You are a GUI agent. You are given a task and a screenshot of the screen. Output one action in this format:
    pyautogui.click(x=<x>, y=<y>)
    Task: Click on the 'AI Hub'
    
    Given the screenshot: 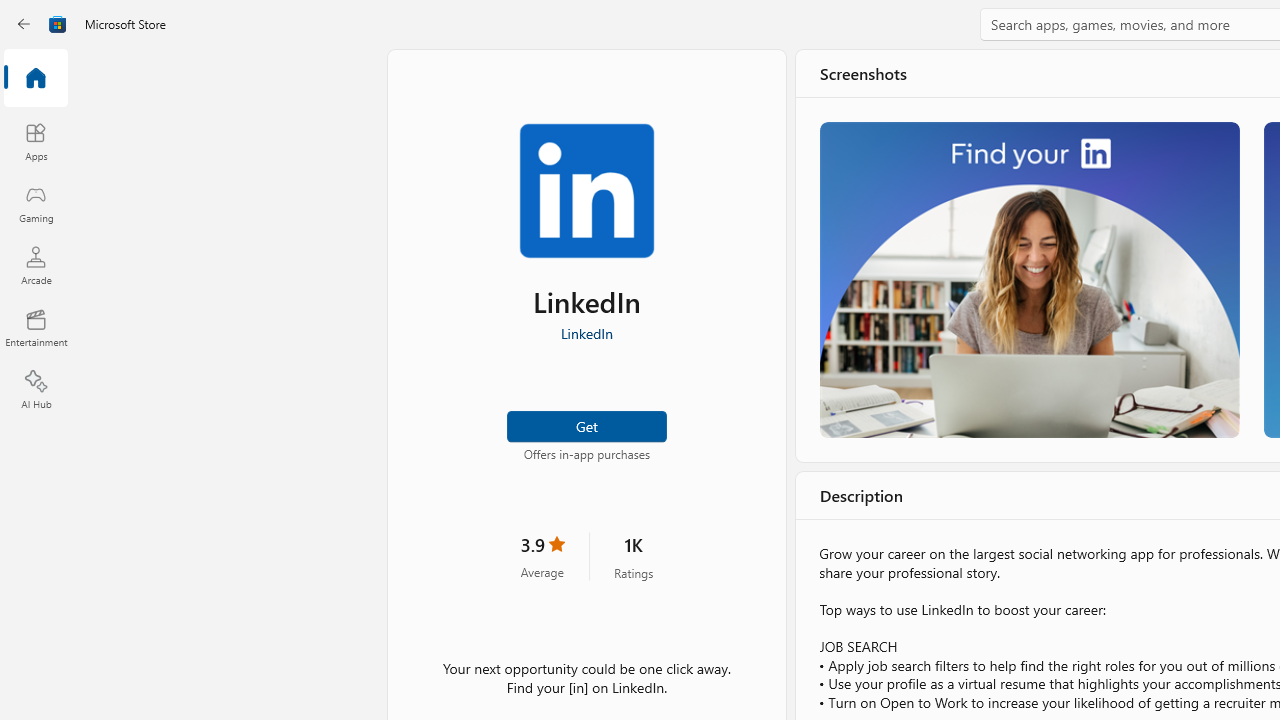 What is the action you would take?
    pyautogui.click(x=35, y=390)
    